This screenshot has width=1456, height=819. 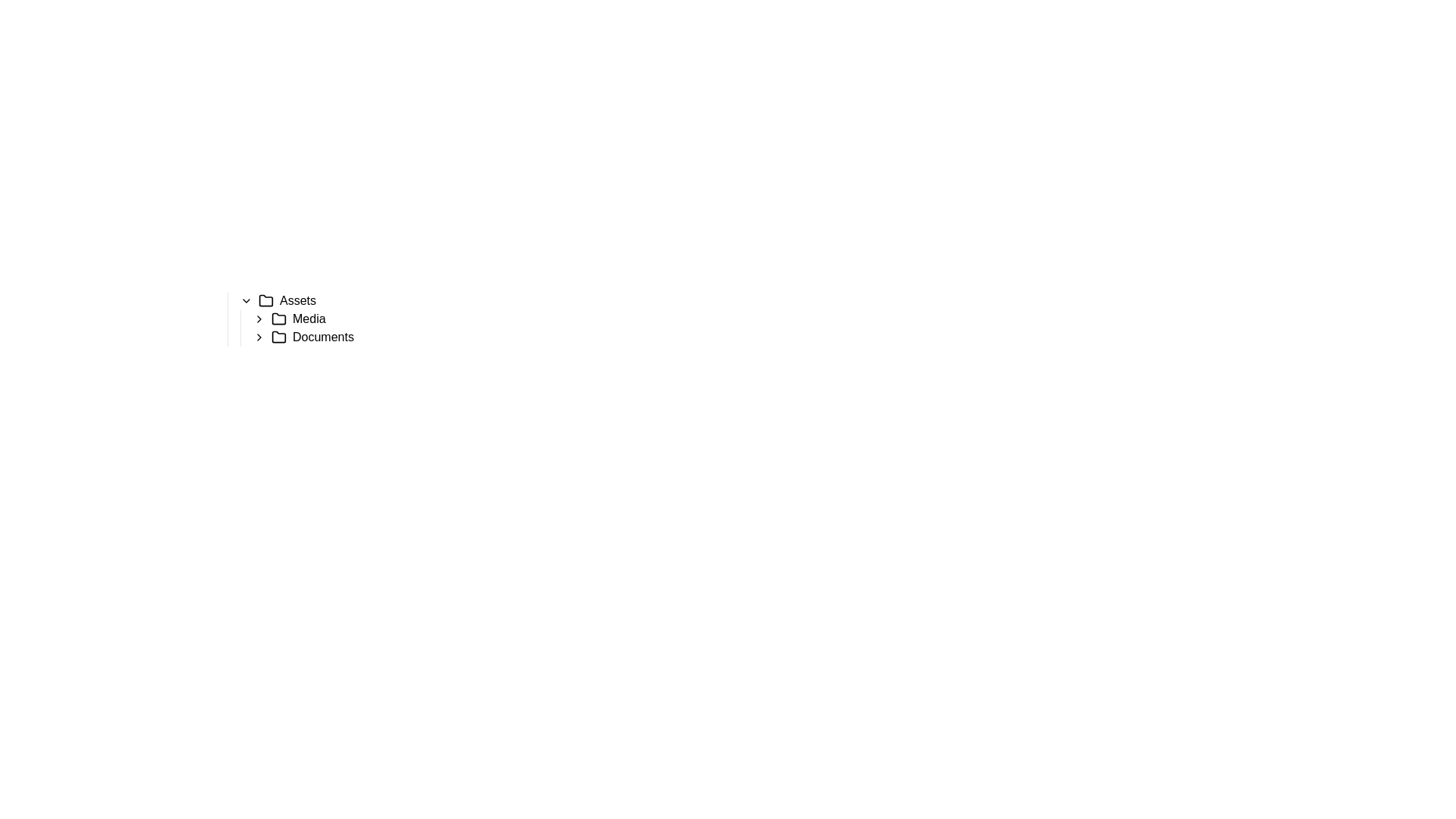 I want to click on the 'Assets' text label, so click(x=298, y=301).